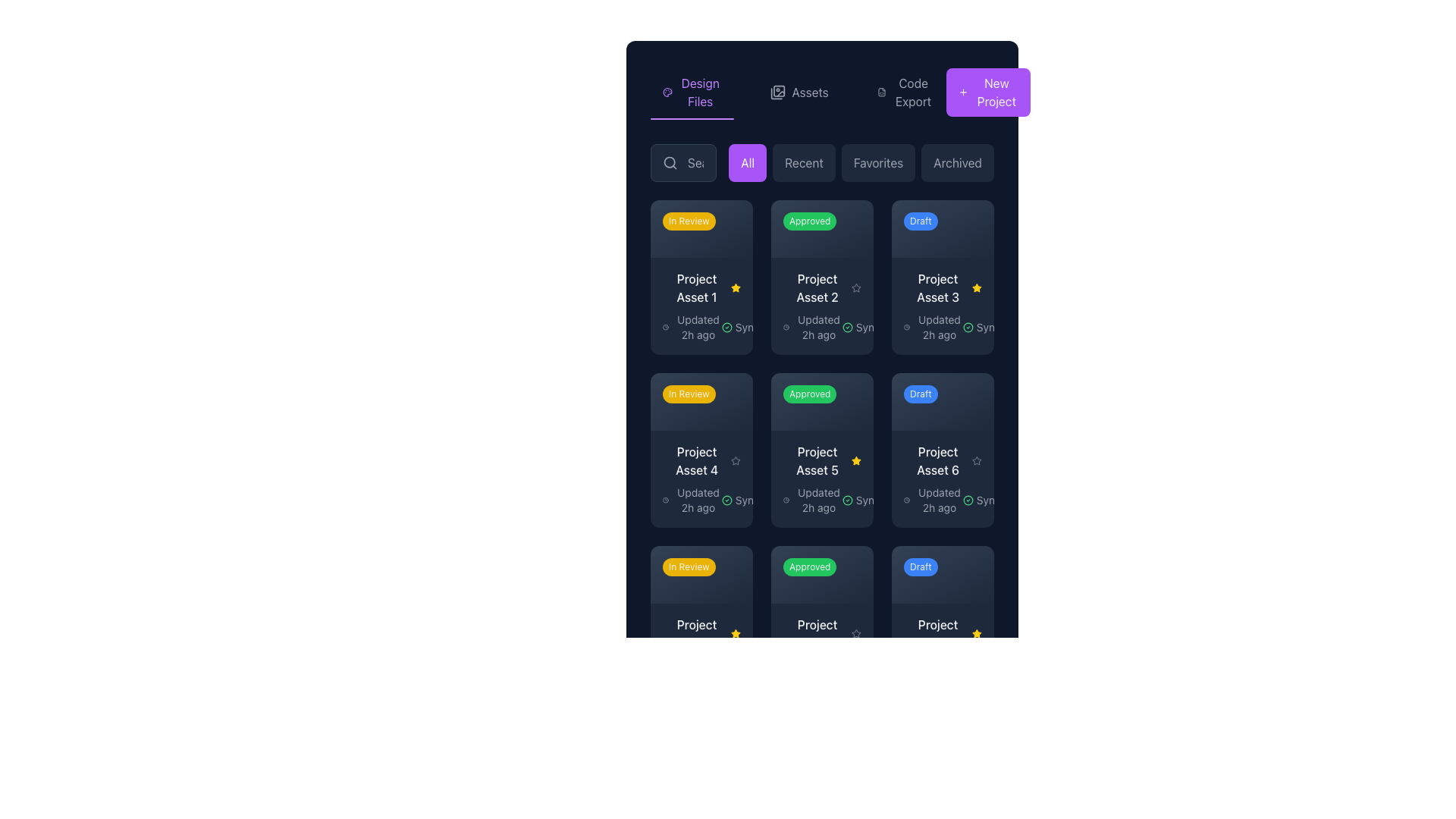 This screenshot has width=1456, height=819. What do you see at coordinates (977, 633) in the screenshot?
I see `the star-shaped icon with a yellow fill and border located at the rightmost side of the header section of 'Project Asset 9'` at bounding box center [977, 633].